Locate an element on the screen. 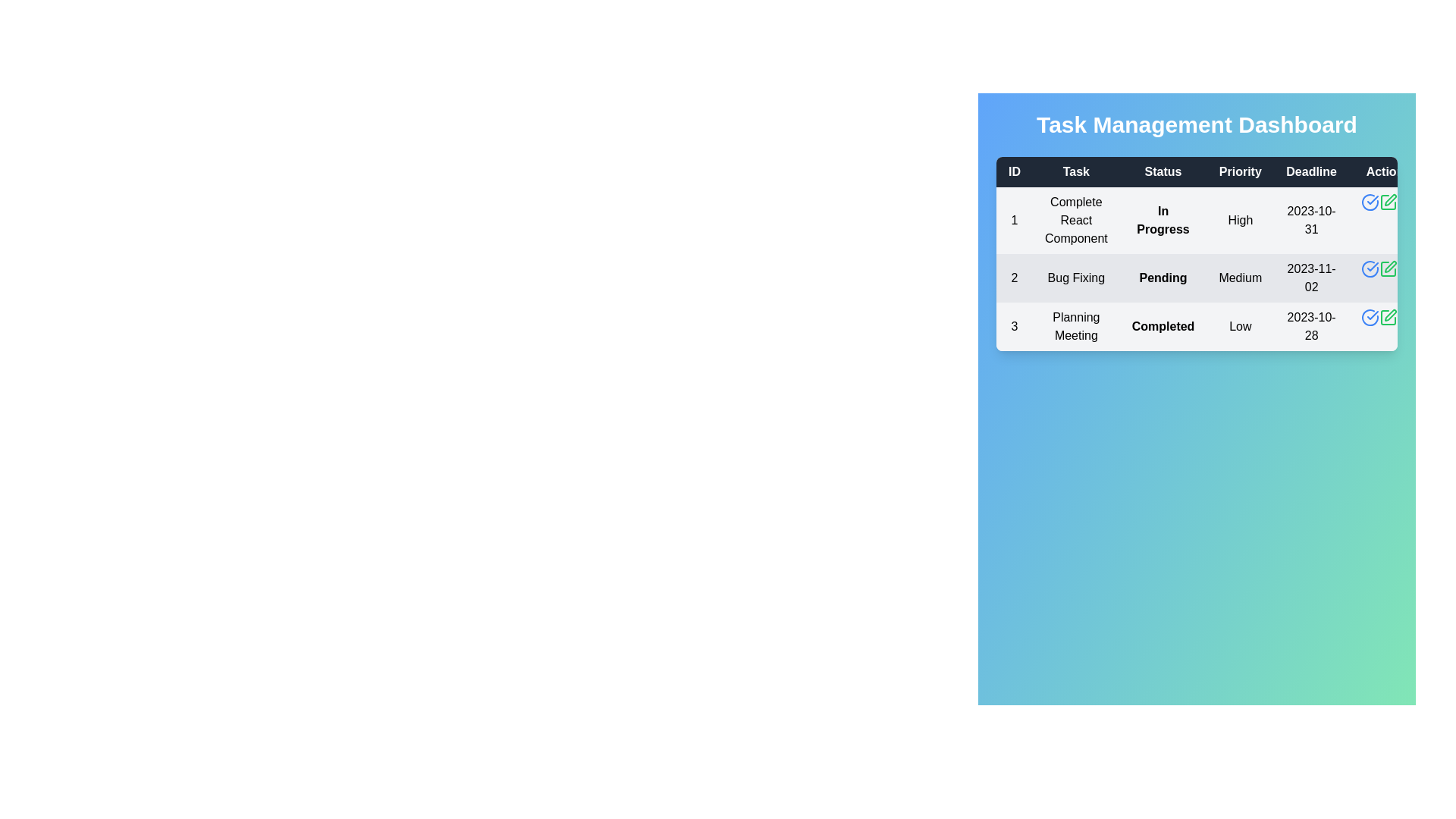 The image size is (1456, 819). the edit button for task 1 is located at coordinates (1387, 201).